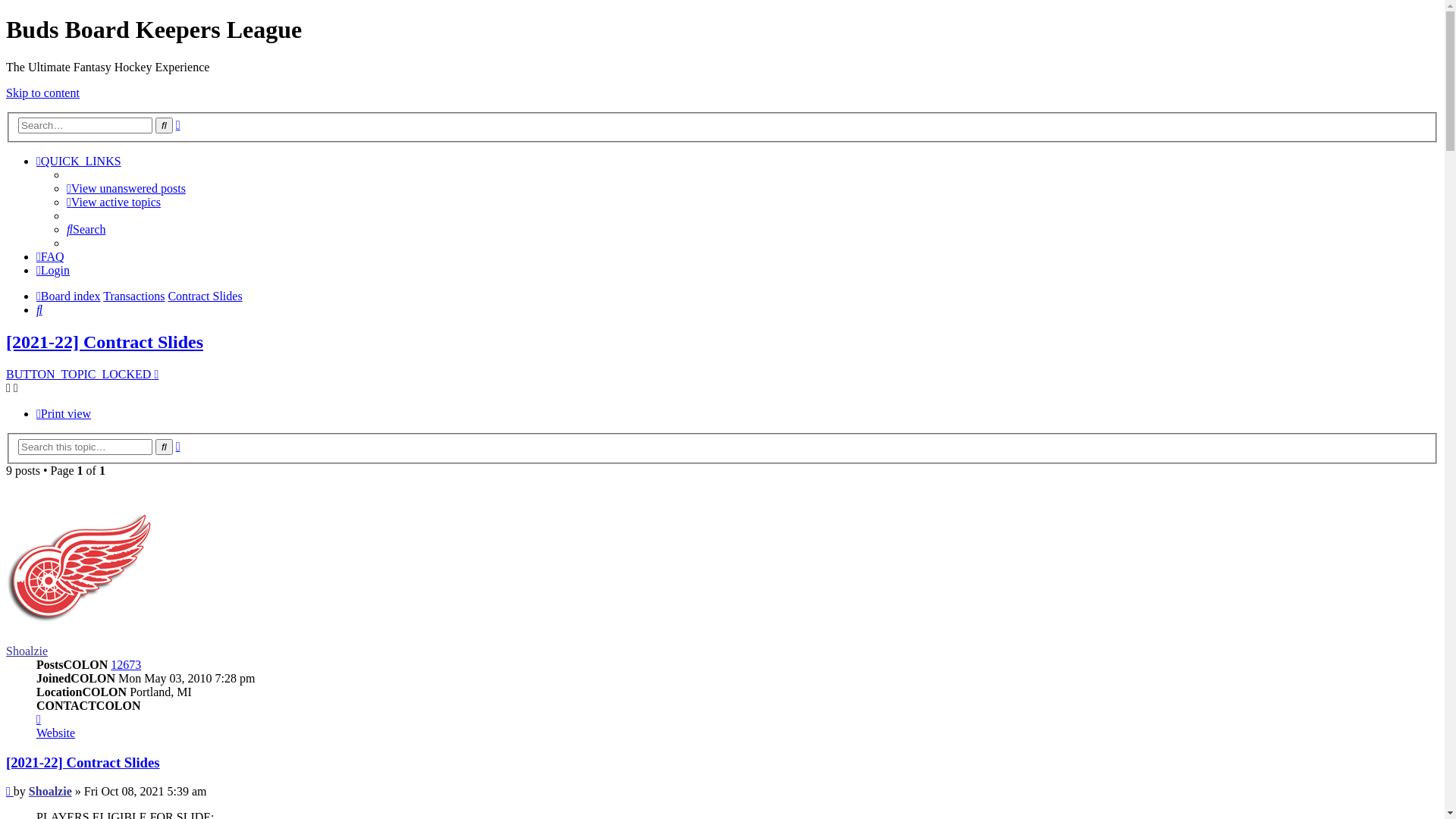 Image resolution: width=1456 pixels, height=819 pixels. I want to click on 'Search', so click(164, 446).